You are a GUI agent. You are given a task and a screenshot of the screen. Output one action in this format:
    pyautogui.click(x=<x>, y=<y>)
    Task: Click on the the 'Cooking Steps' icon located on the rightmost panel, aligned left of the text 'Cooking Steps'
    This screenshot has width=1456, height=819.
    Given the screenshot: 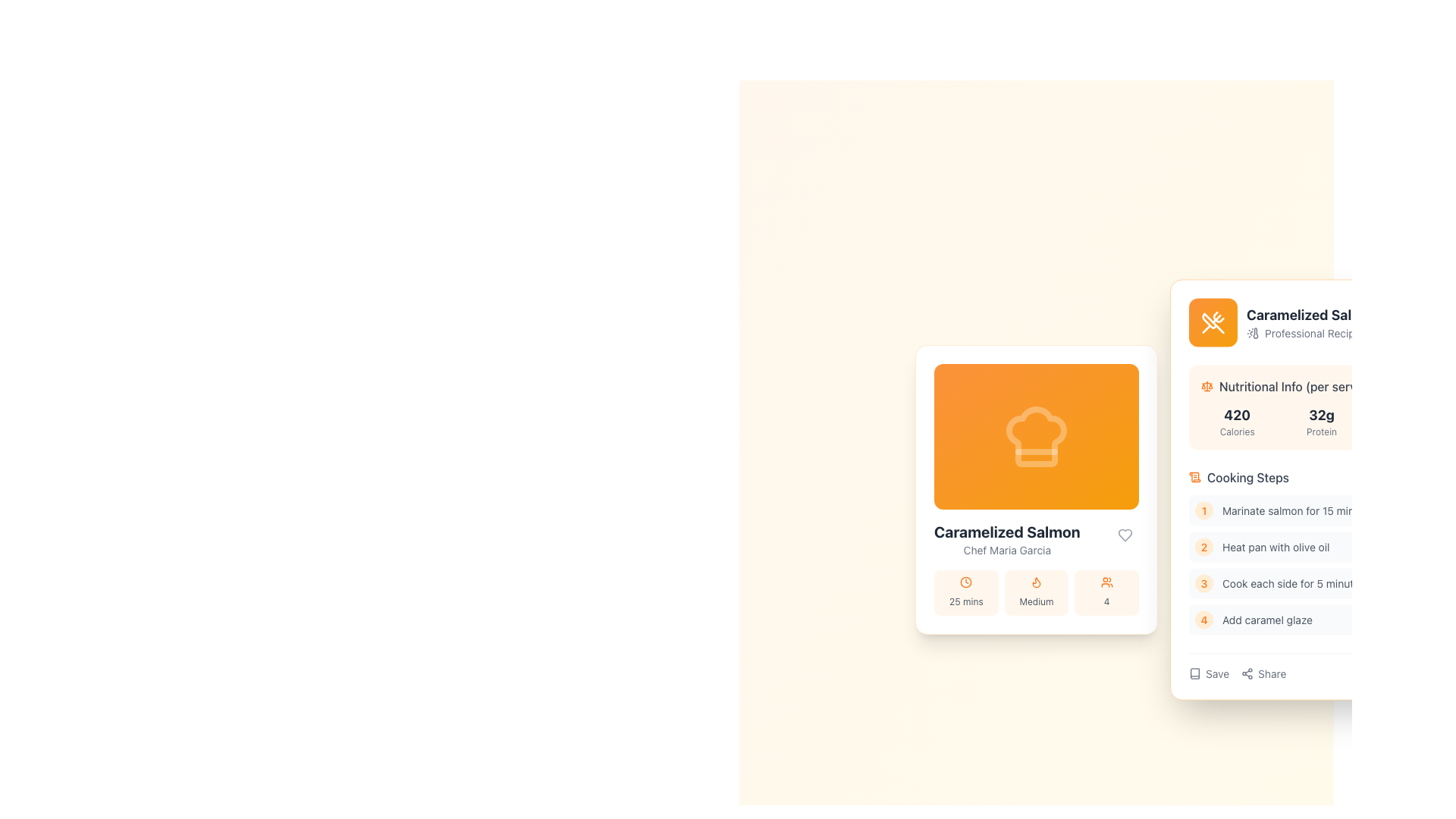 What is the action you would take?
    pyautogui.click(x=1194, y=475)
    